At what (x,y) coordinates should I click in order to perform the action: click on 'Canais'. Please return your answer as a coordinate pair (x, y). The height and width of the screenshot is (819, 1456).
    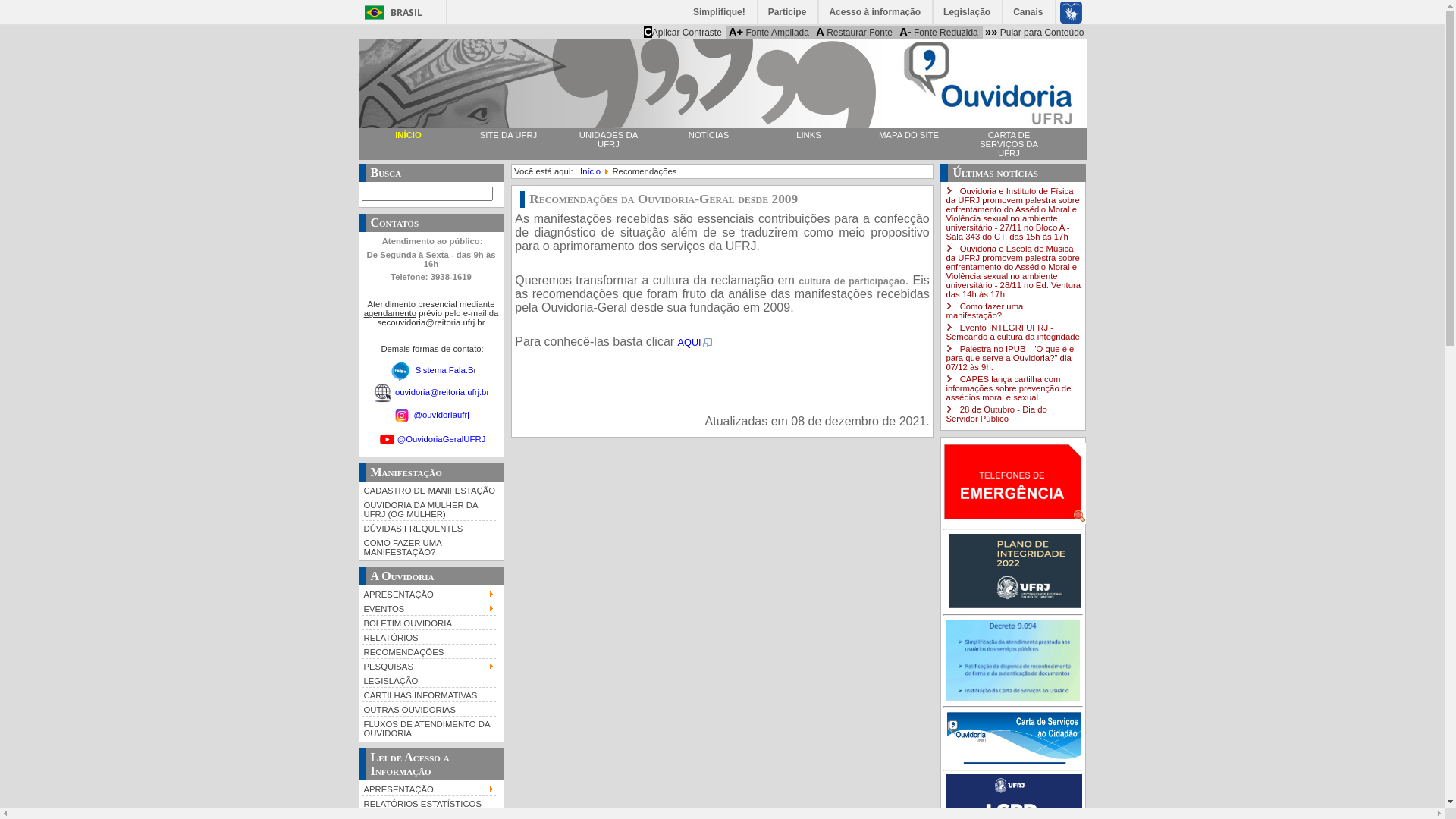
    Looking at the image, I should click on (1028, 11).